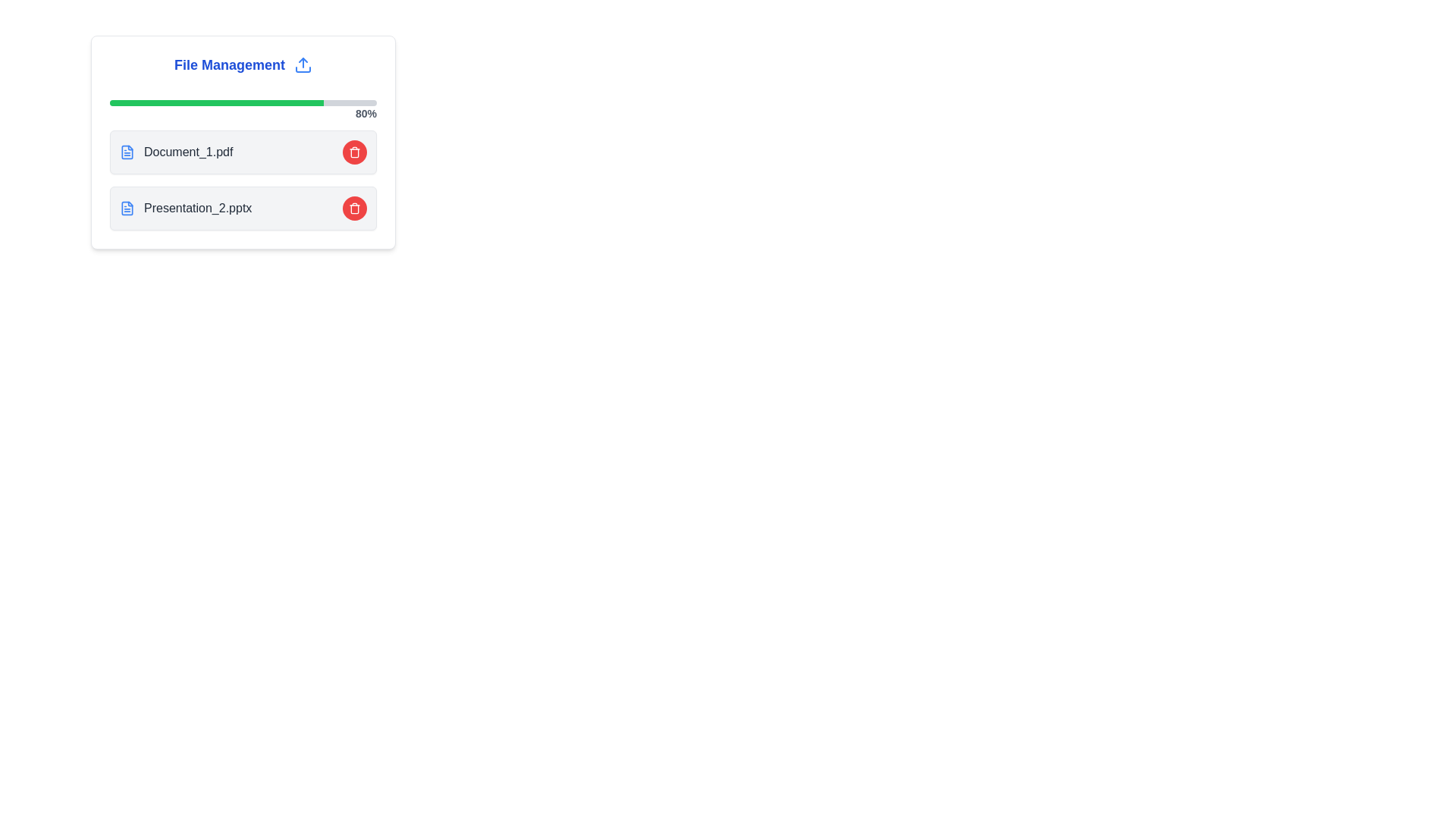  What do you see at coordinates (176, 152) in the screenshot?
I see `the first label` at bounding box center [176, 152].